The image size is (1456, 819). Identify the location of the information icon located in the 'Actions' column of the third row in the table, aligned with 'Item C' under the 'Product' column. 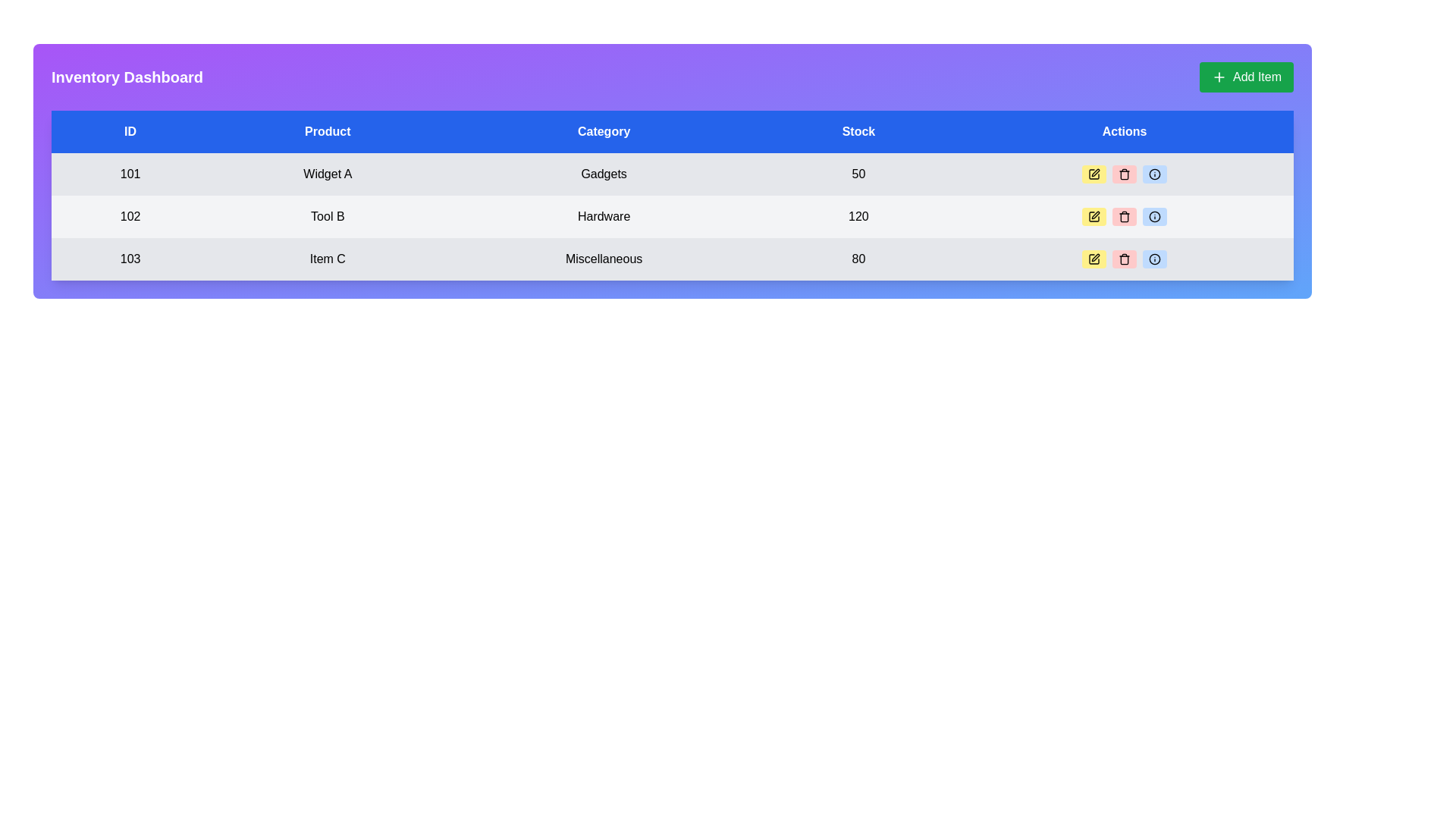
(1153, 216).